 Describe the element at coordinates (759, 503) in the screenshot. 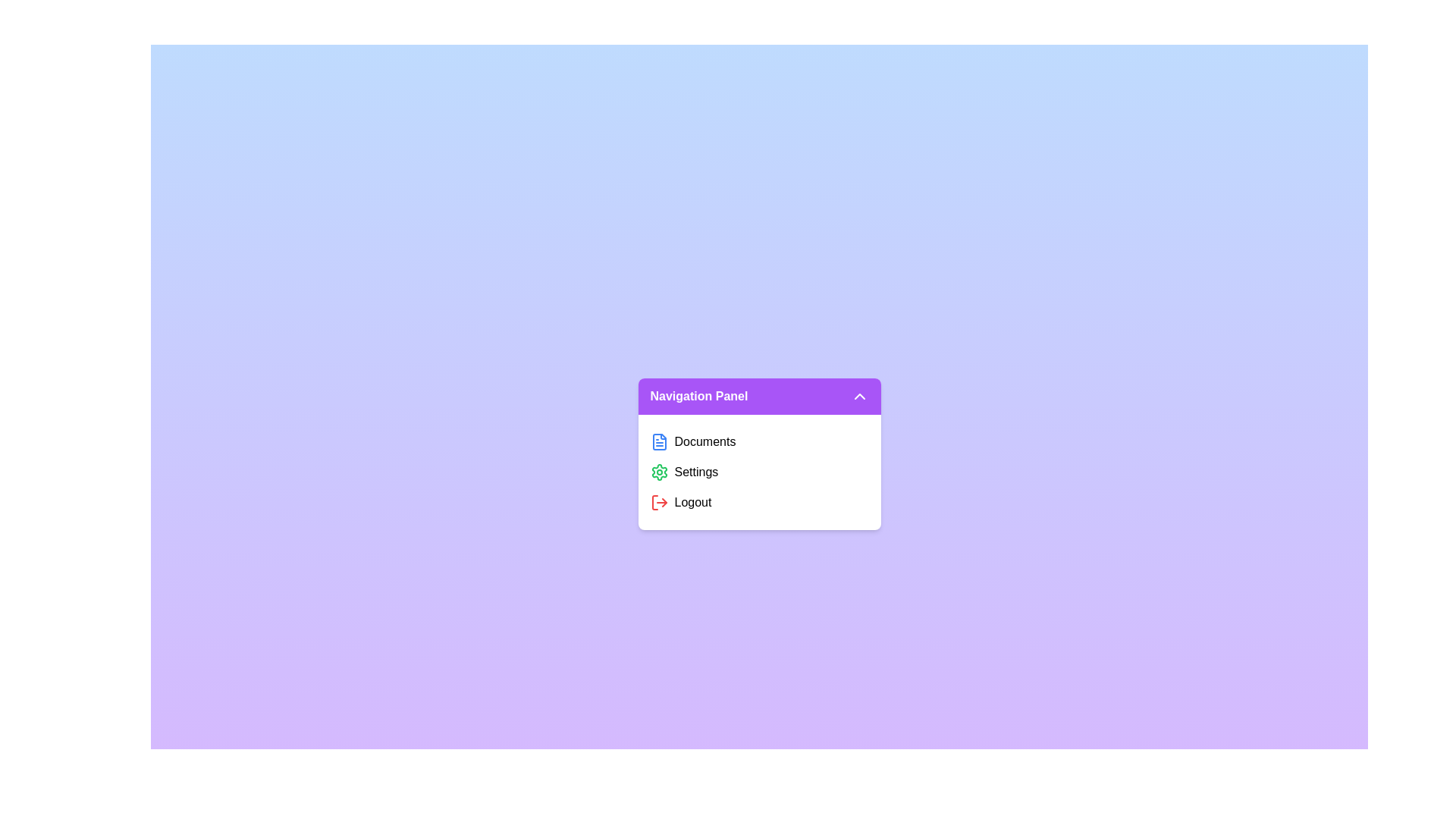

I see `'Logout' button` at that location.